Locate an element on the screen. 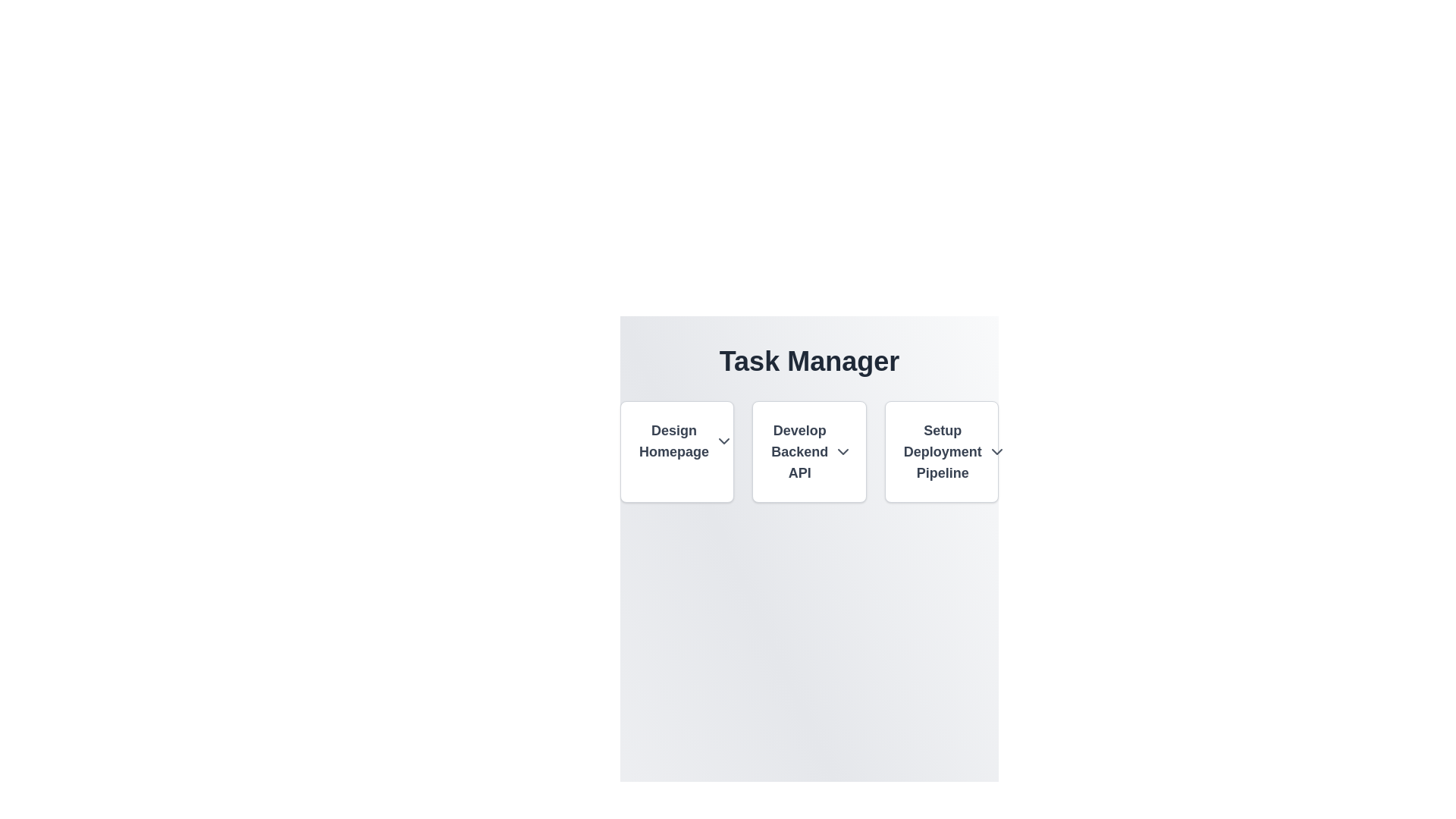 This screenshot has height=819, width=1456. the interactive elements adjacent to the static text 'Develop Backend API' within the Task Manager card is located at coordinates (799, 451).